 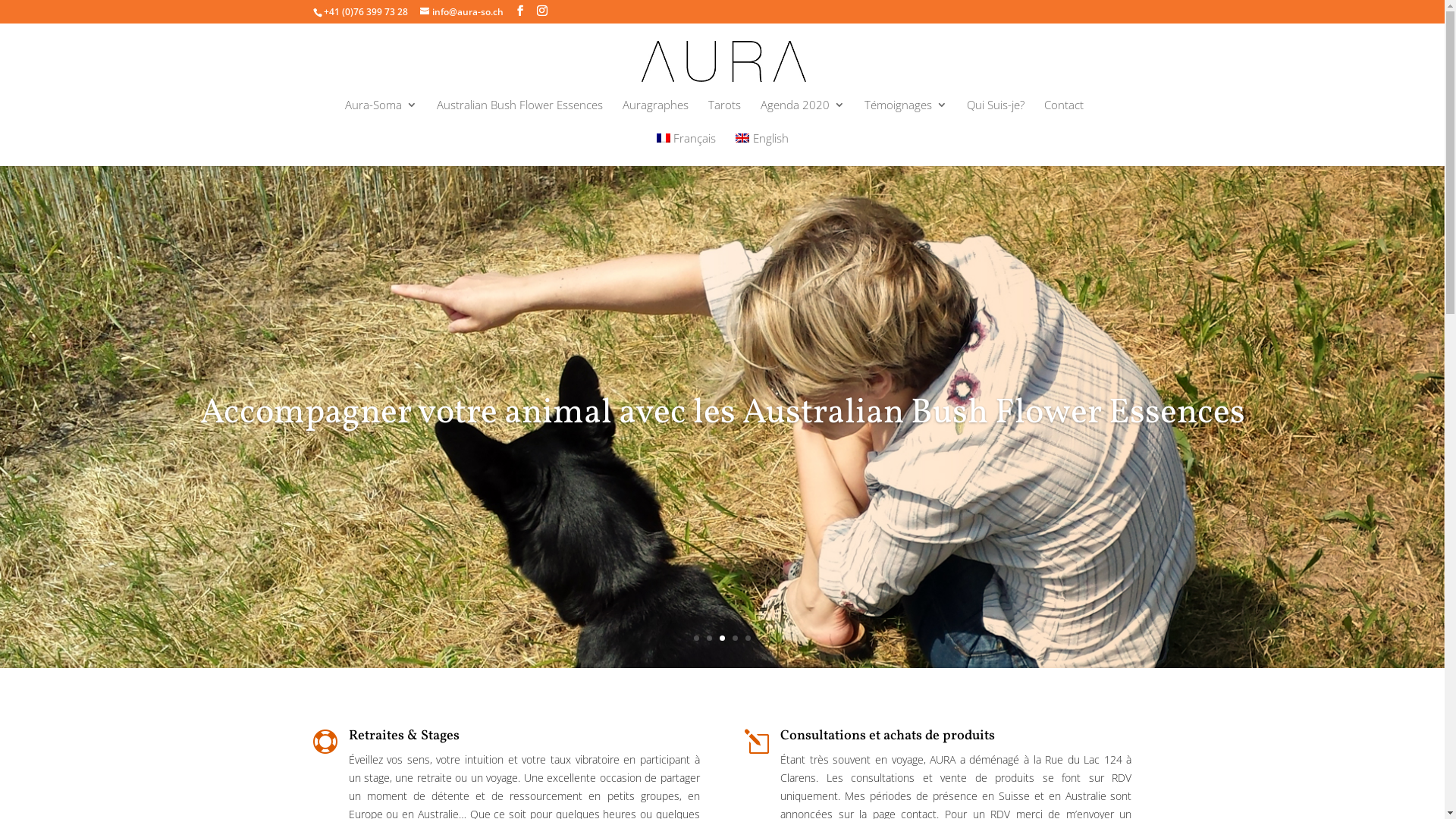 I want to click on '4', so click(x=735, y=638).